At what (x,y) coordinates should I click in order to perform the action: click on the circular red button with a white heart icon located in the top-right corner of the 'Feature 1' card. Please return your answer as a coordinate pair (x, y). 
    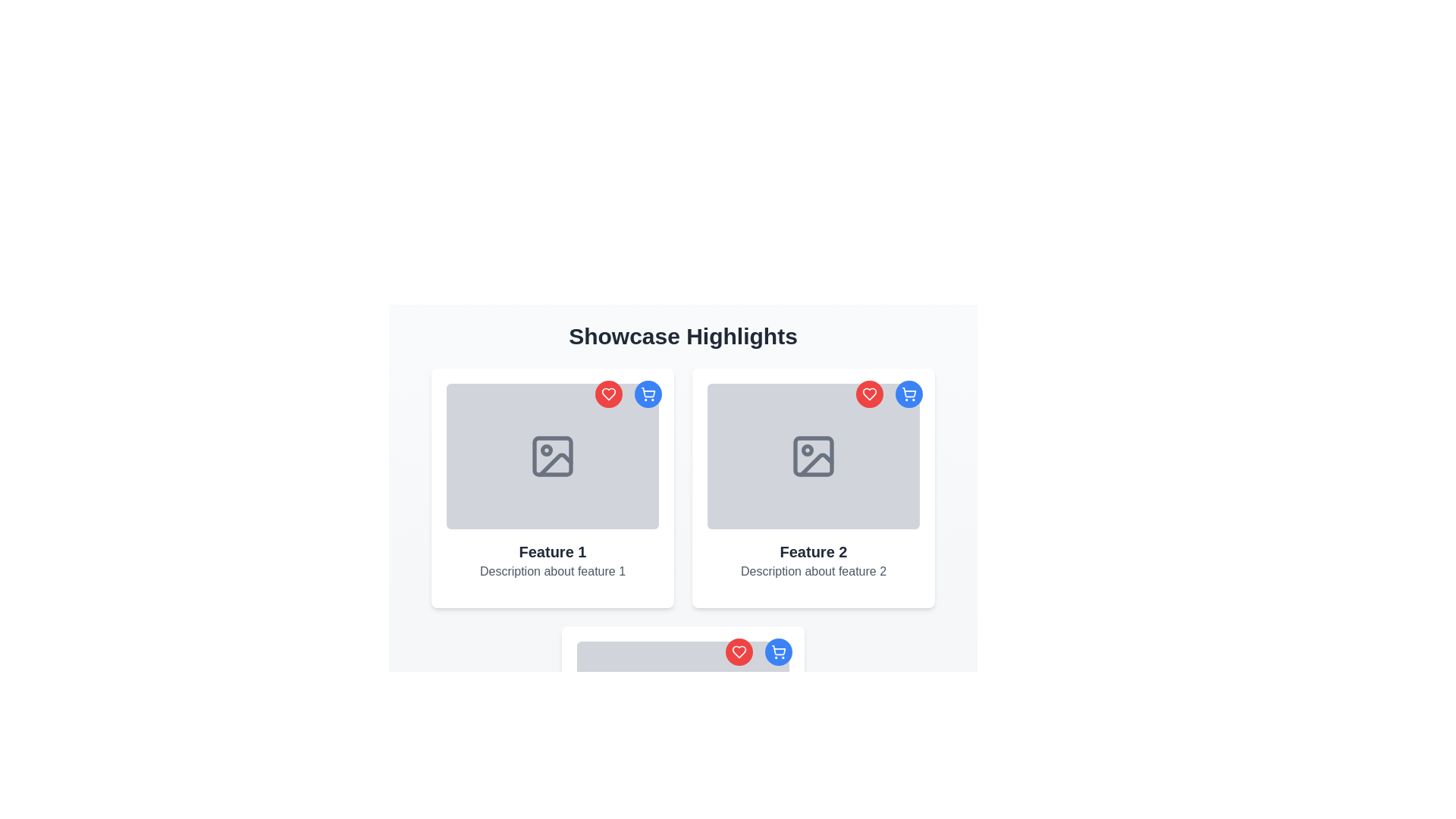
    Looking at the image, I should click on (608, 394).